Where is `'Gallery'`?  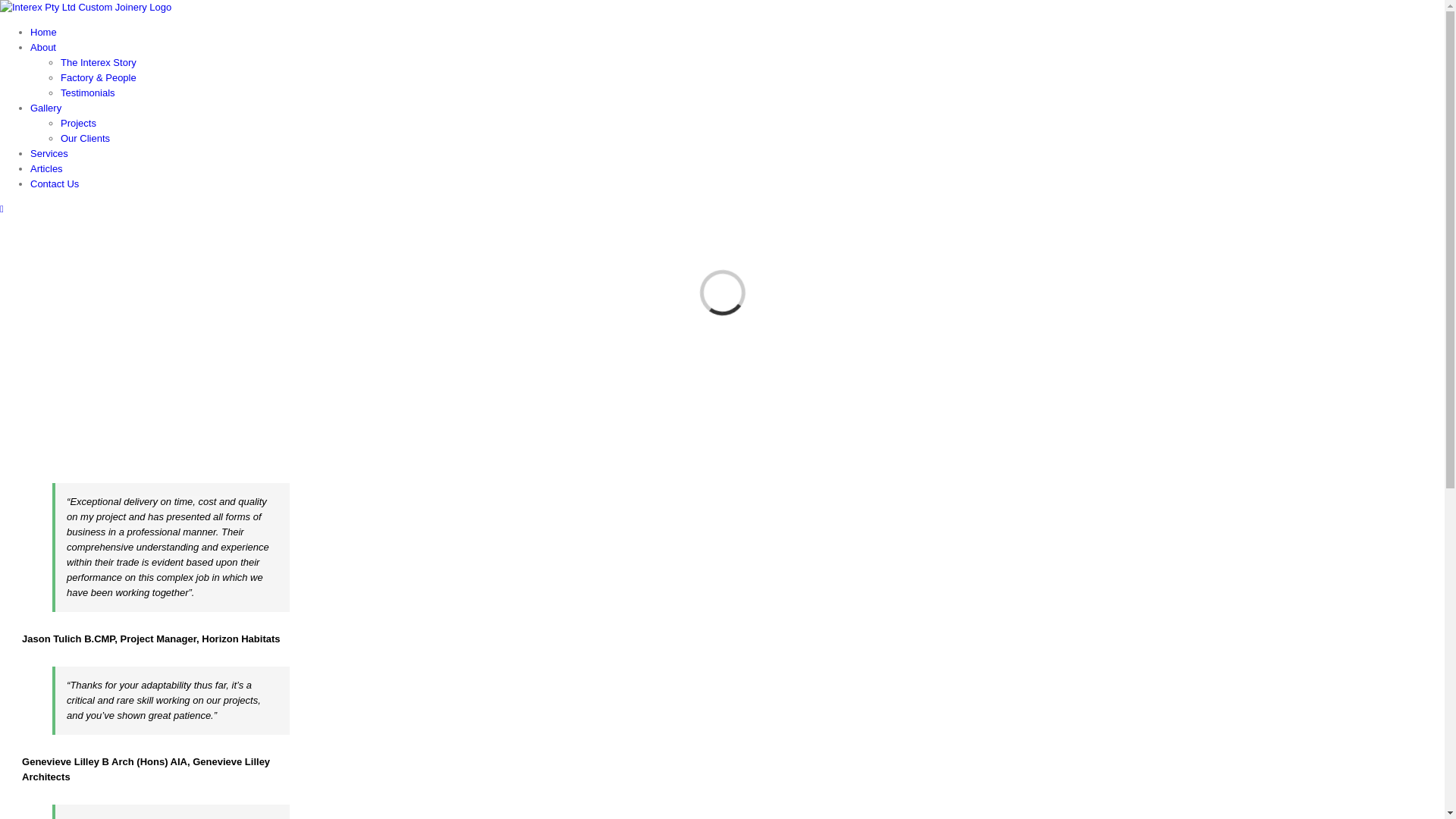 'Gallery' is located at coordinates (45, 107).